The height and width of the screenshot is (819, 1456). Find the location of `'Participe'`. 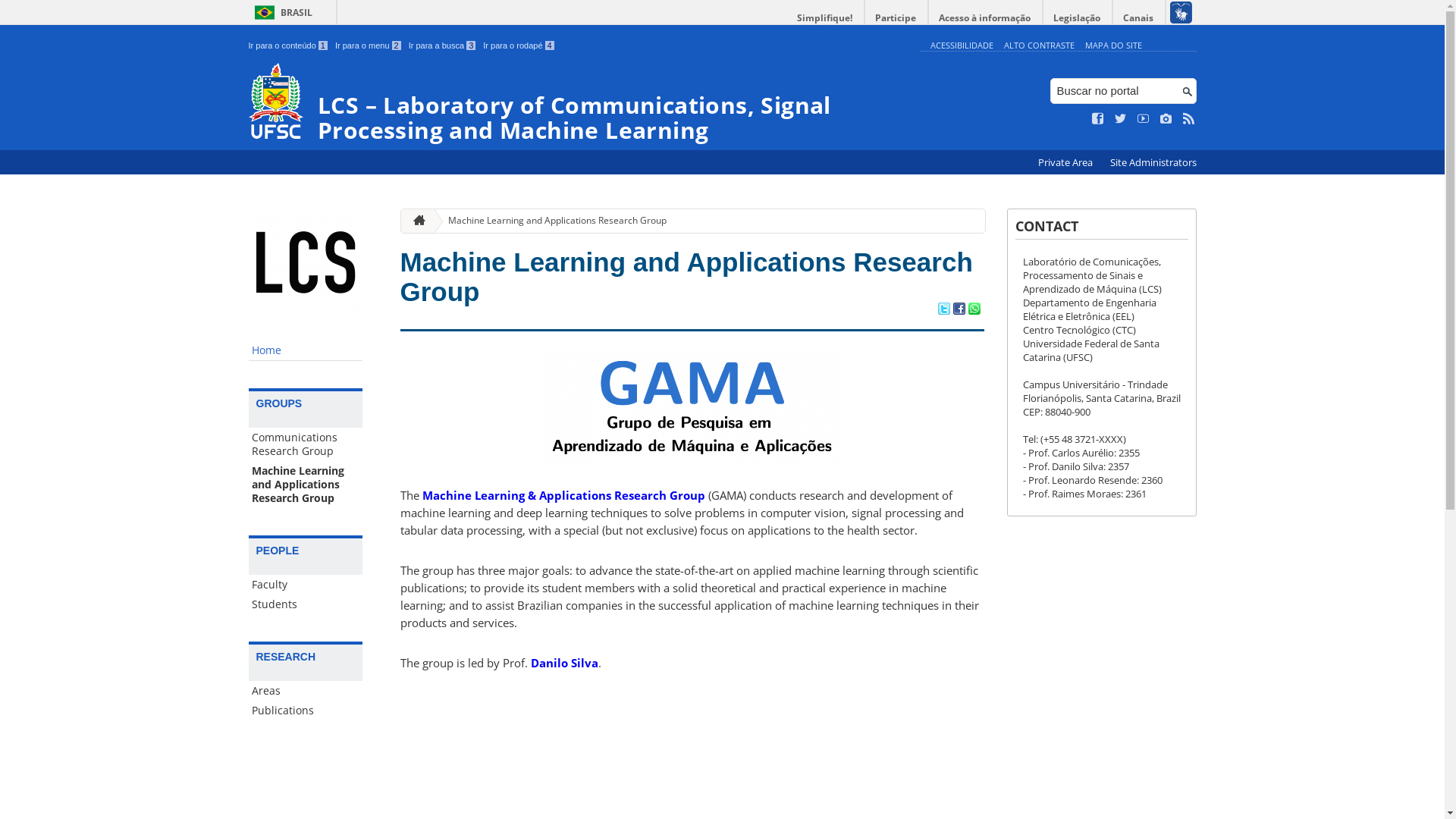

'Participe' is located at coordinates (895, 17).